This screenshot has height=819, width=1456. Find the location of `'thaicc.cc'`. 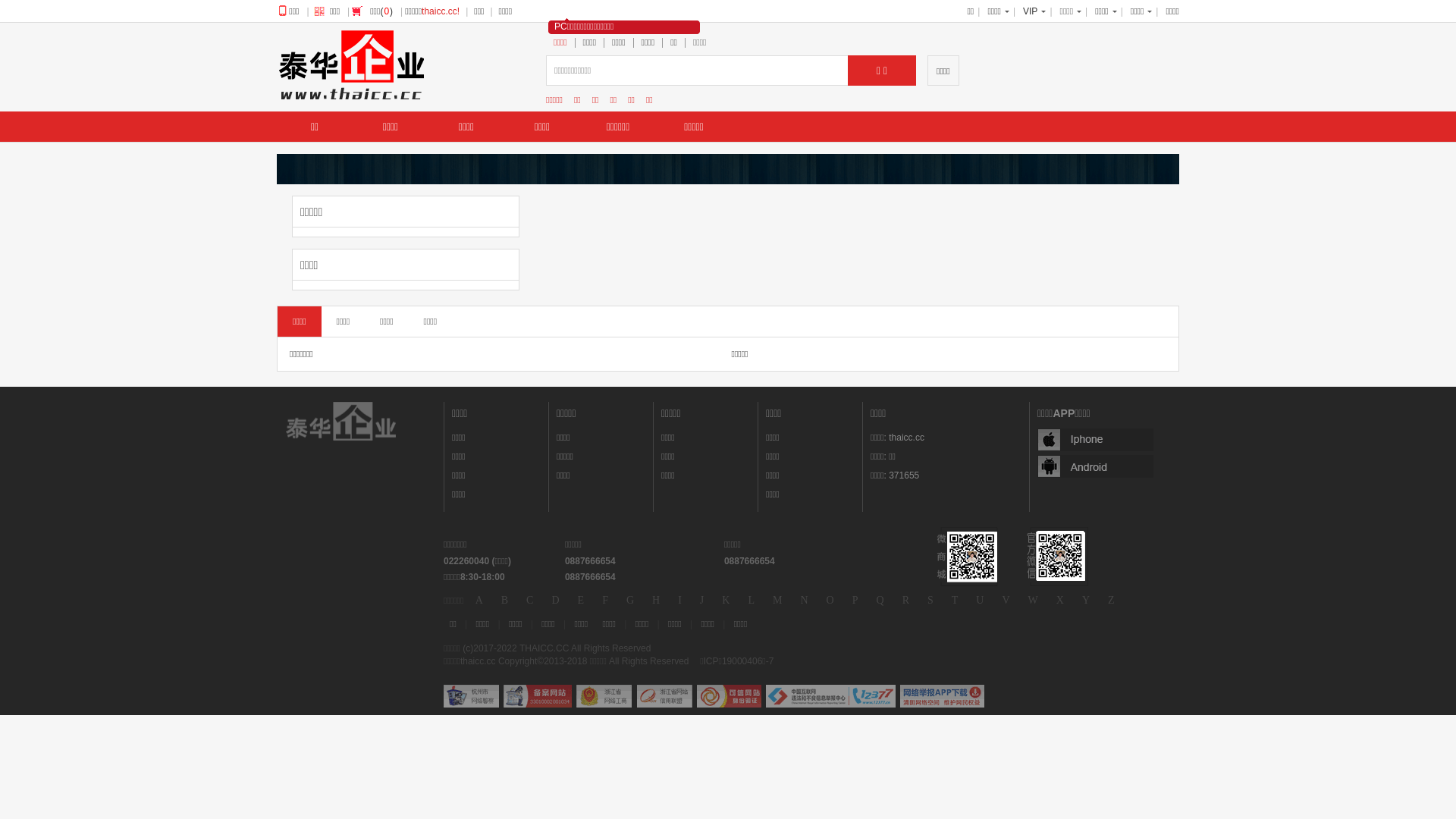

'thaicc.cc' is located at coordinates (888, 438).